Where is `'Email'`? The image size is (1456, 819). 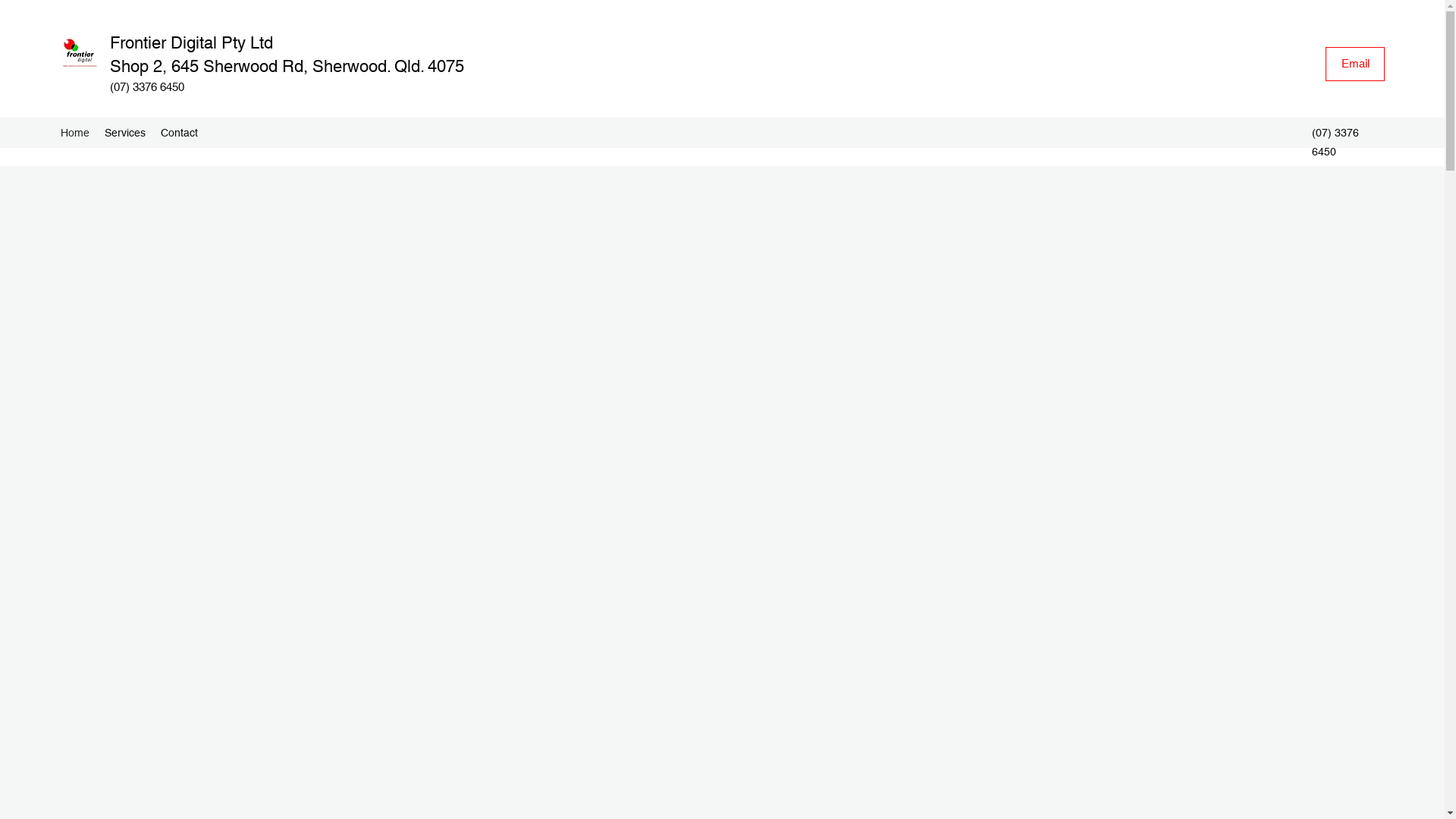
'Email' is located at coordinates (1324, 63).